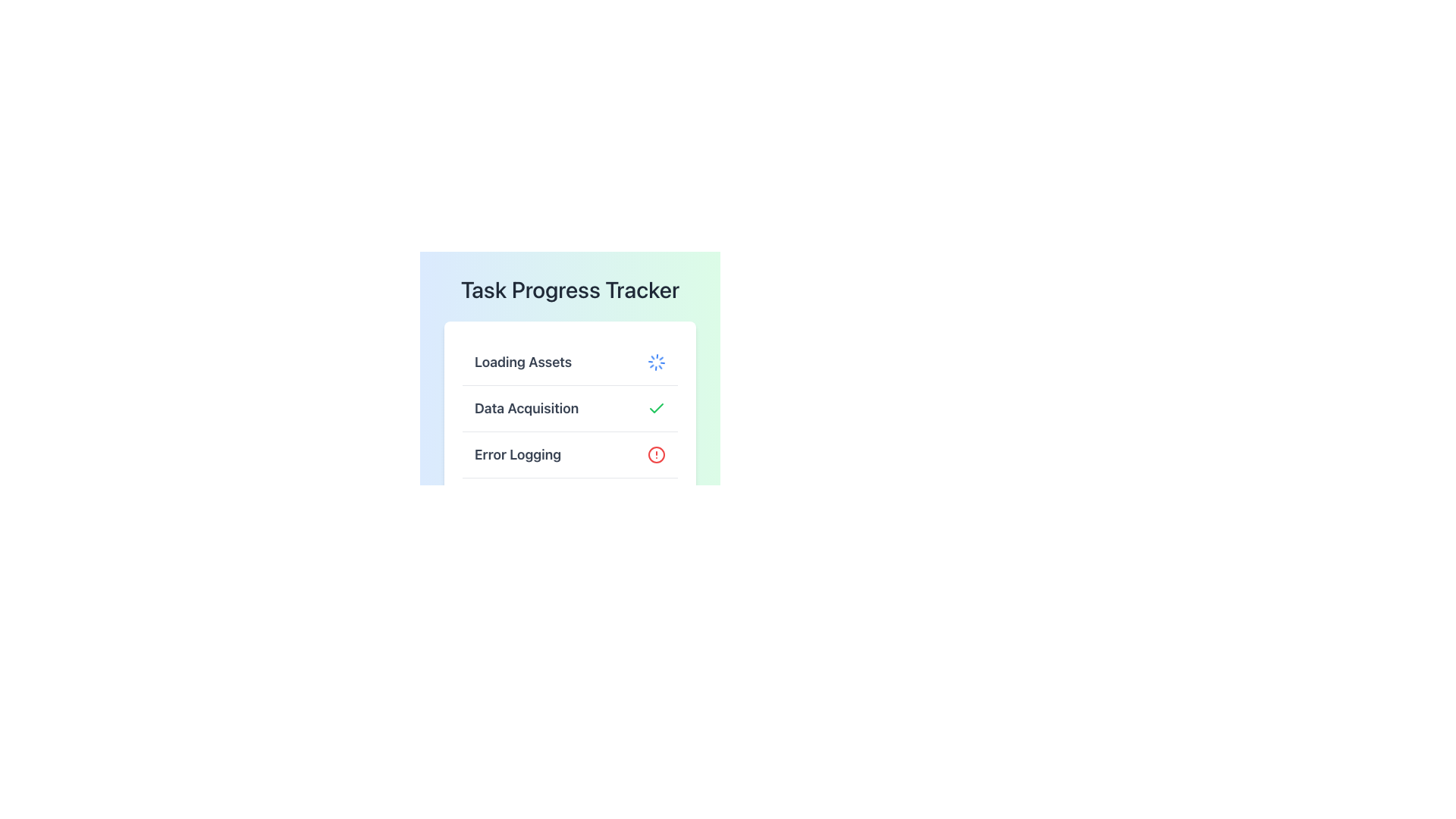  I want to click on the Circular Loading Spinner, which is a blue stroke circular spinner indicating an animated loading state, located to the right of the 'Loading Assets' text in the first row of the task status list, so click(656, 362).